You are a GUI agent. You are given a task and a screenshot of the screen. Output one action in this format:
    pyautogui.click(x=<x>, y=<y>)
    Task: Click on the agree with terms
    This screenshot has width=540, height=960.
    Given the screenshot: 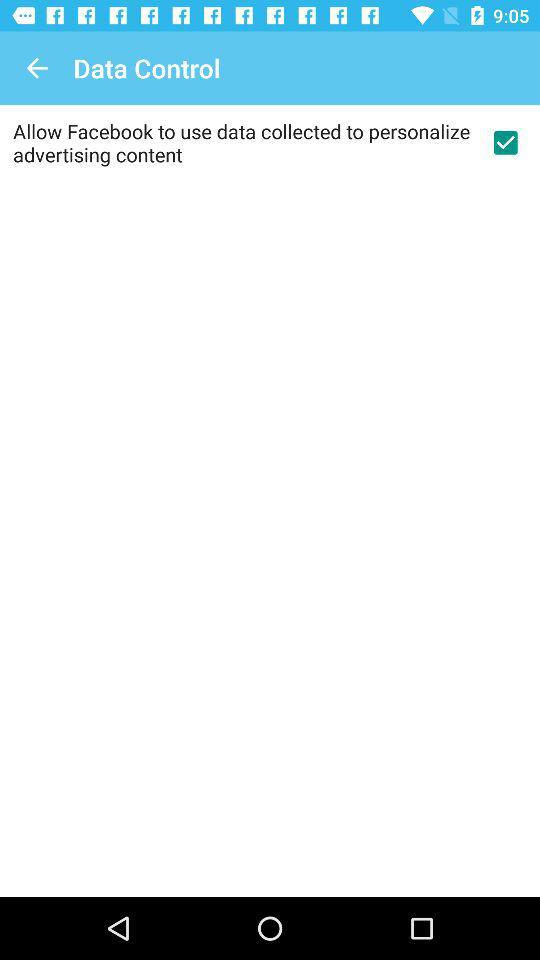 What is the action you would take?
    pyautogui.click(x=504, y=141)
    